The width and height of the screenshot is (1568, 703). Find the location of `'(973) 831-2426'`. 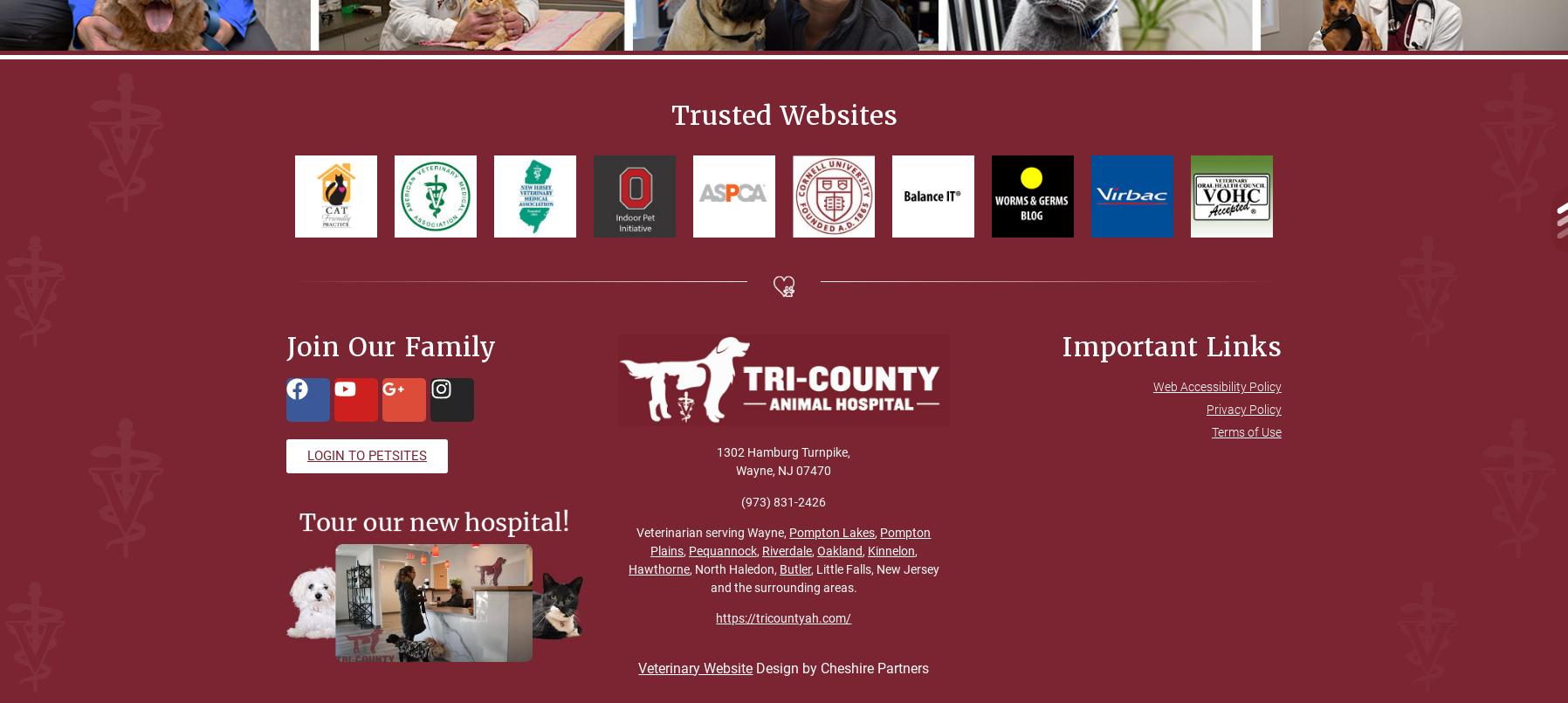

'(973) 831-2426' is located at coordinates (783, 500).